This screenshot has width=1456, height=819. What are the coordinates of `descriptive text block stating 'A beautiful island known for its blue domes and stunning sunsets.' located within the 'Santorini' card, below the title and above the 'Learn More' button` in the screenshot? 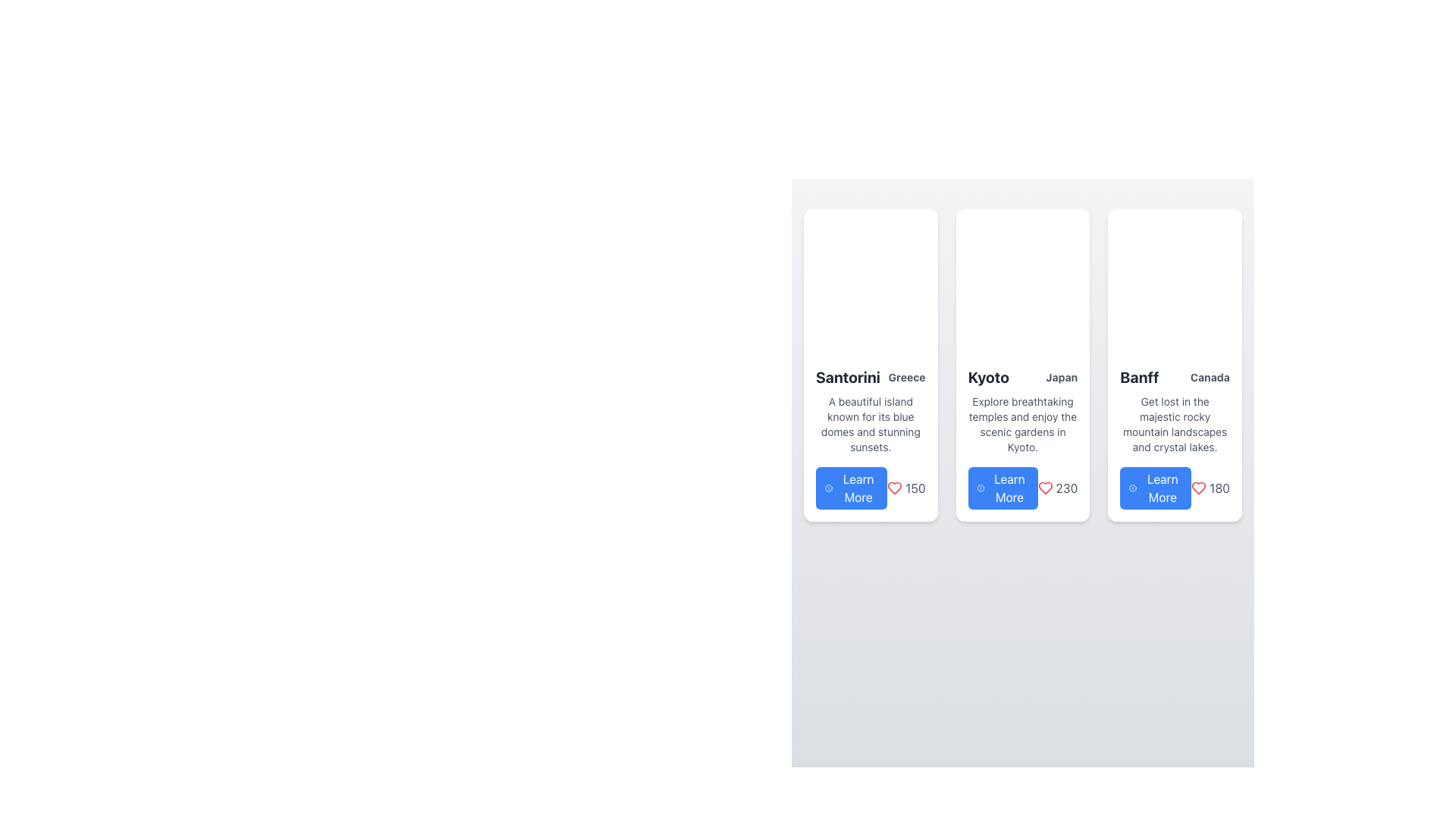 It's located at (871, 424).